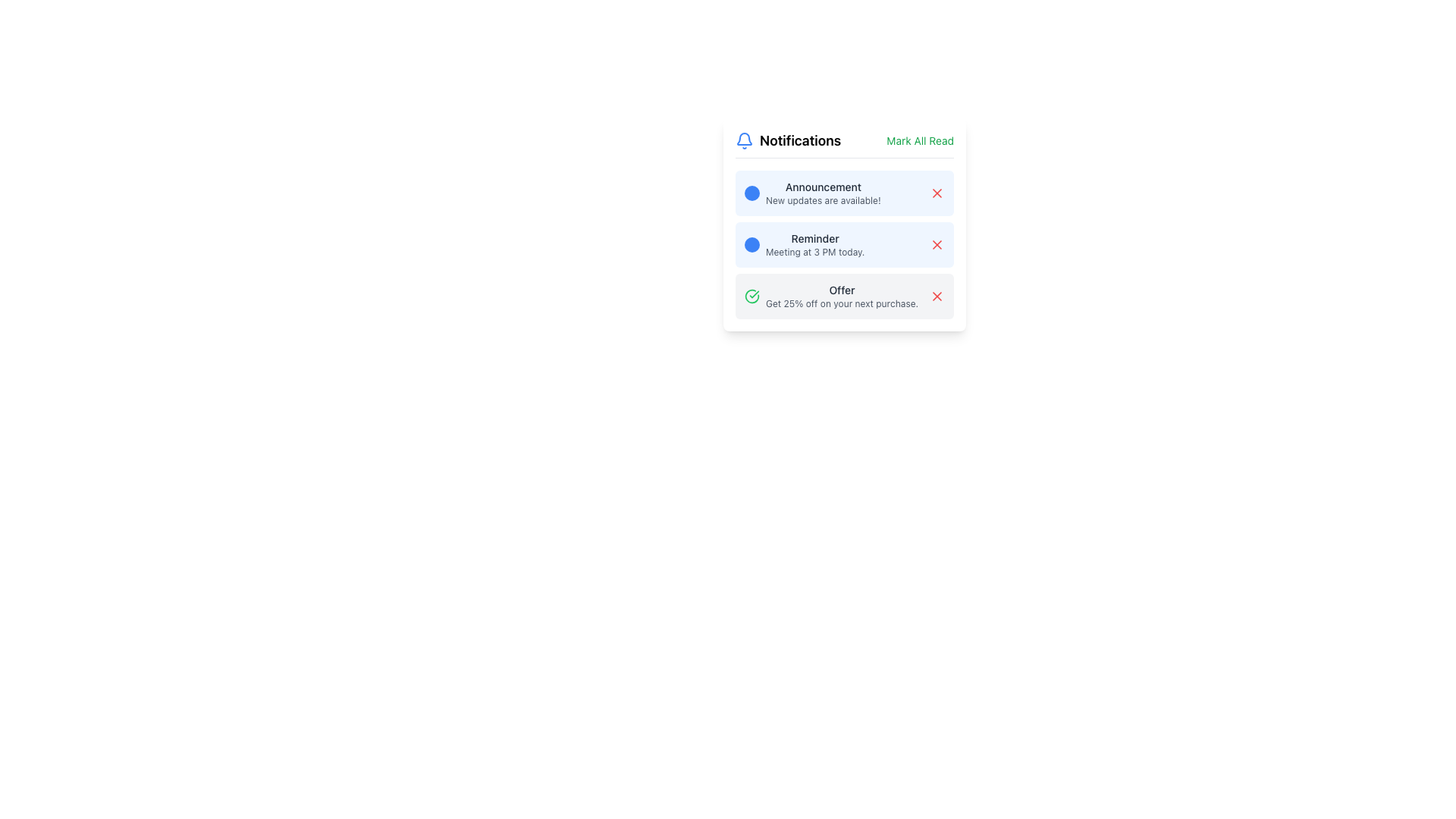 The image size is (1456, 819). What do you see at coordinates (752, 296) in the screenshot?
I see `the green circular icon with a white checkmark located to the left of the 'Offer' notification in the notification list` at bounding box center [752, 296].